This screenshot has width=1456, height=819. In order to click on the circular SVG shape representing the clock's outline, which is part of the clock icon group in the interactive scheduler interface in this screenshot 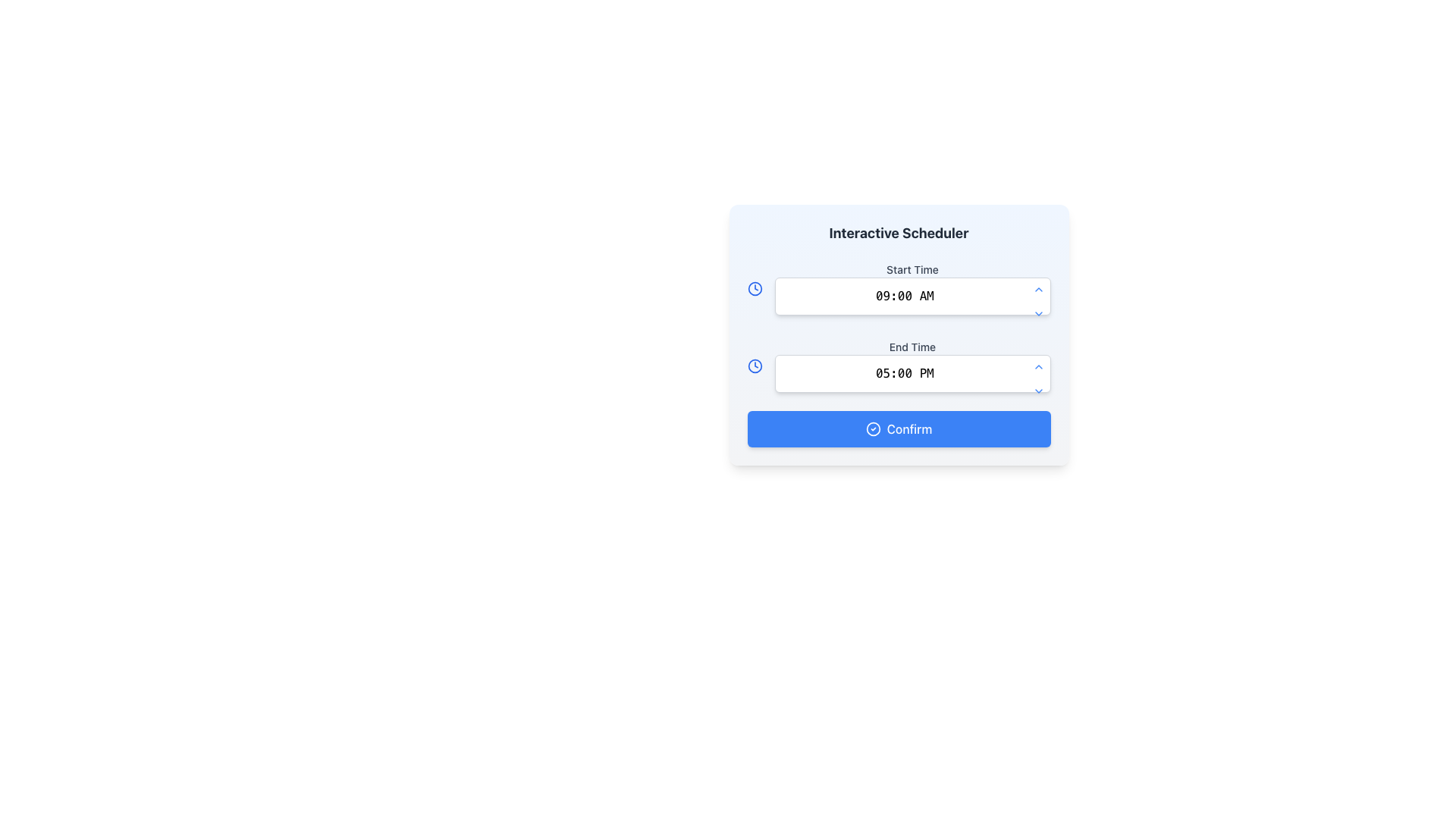, I will do `click(755, 289)`.